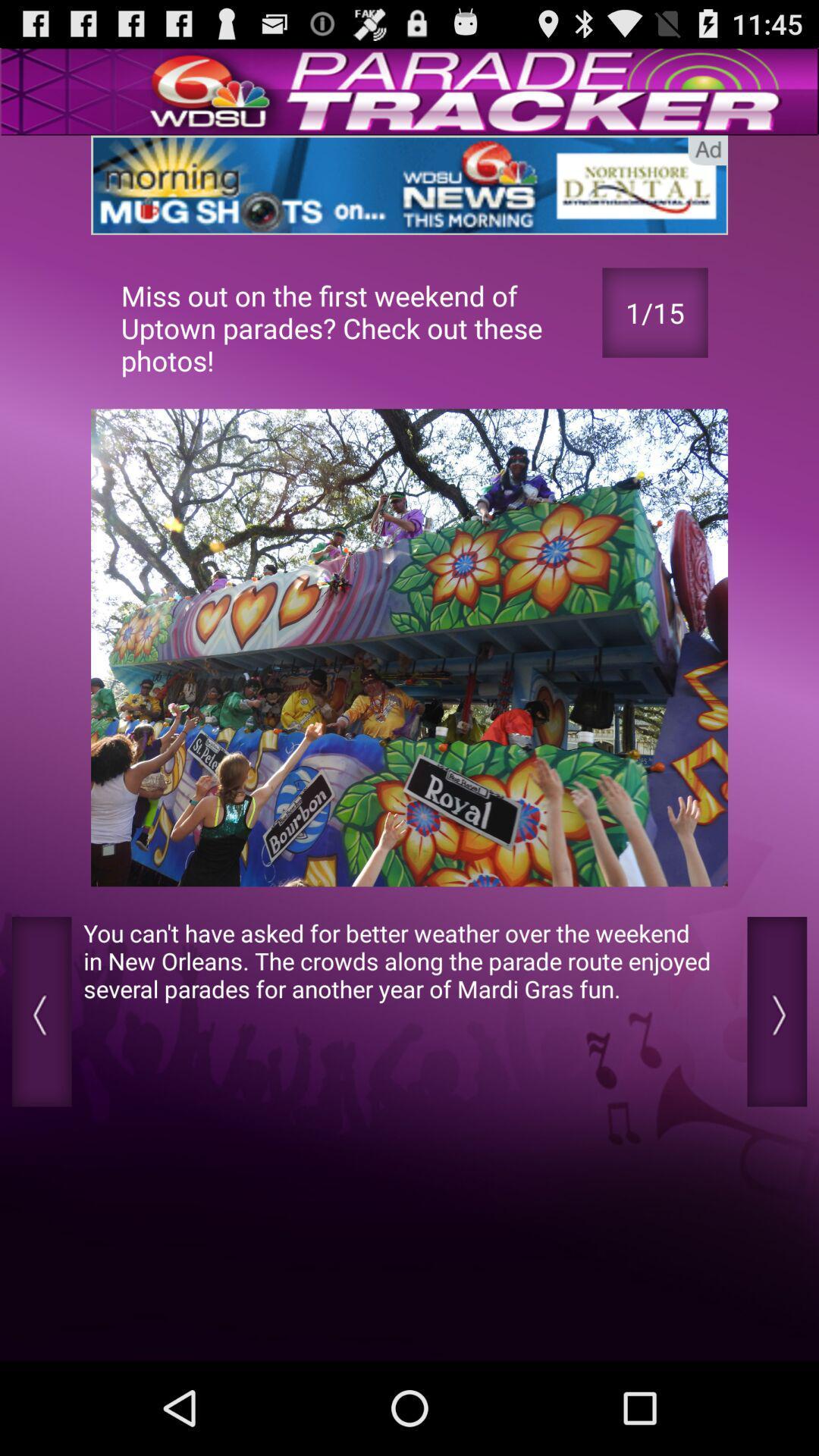  What do you see at coordinates (777, 1081) in the screenshot?
I see `the arrow_forward icon` at bounding box center [777, 1081].